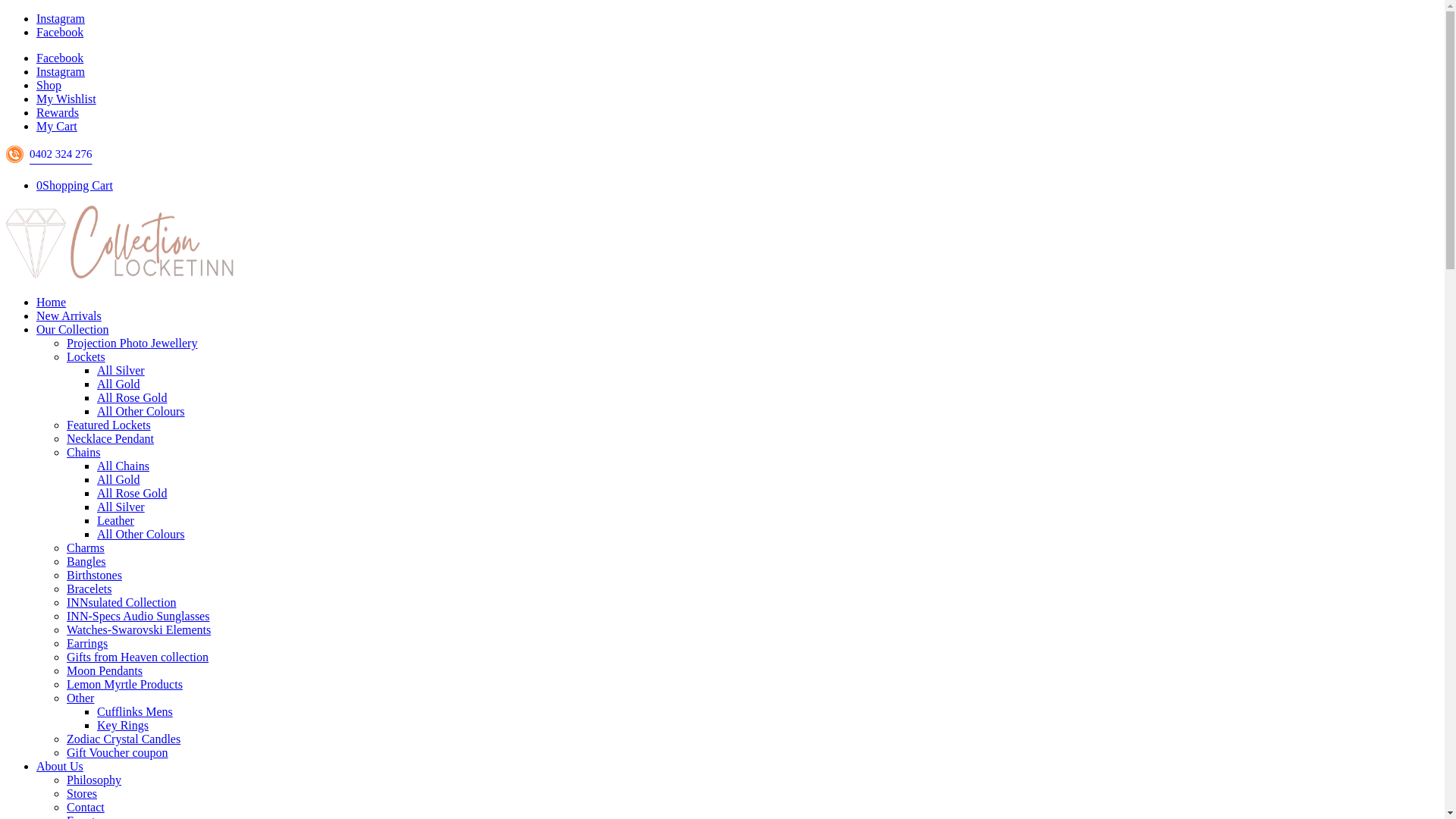 The width and height of the screenshot is (1456, 819). I want to click on 'Rewards', so click(58, 111).